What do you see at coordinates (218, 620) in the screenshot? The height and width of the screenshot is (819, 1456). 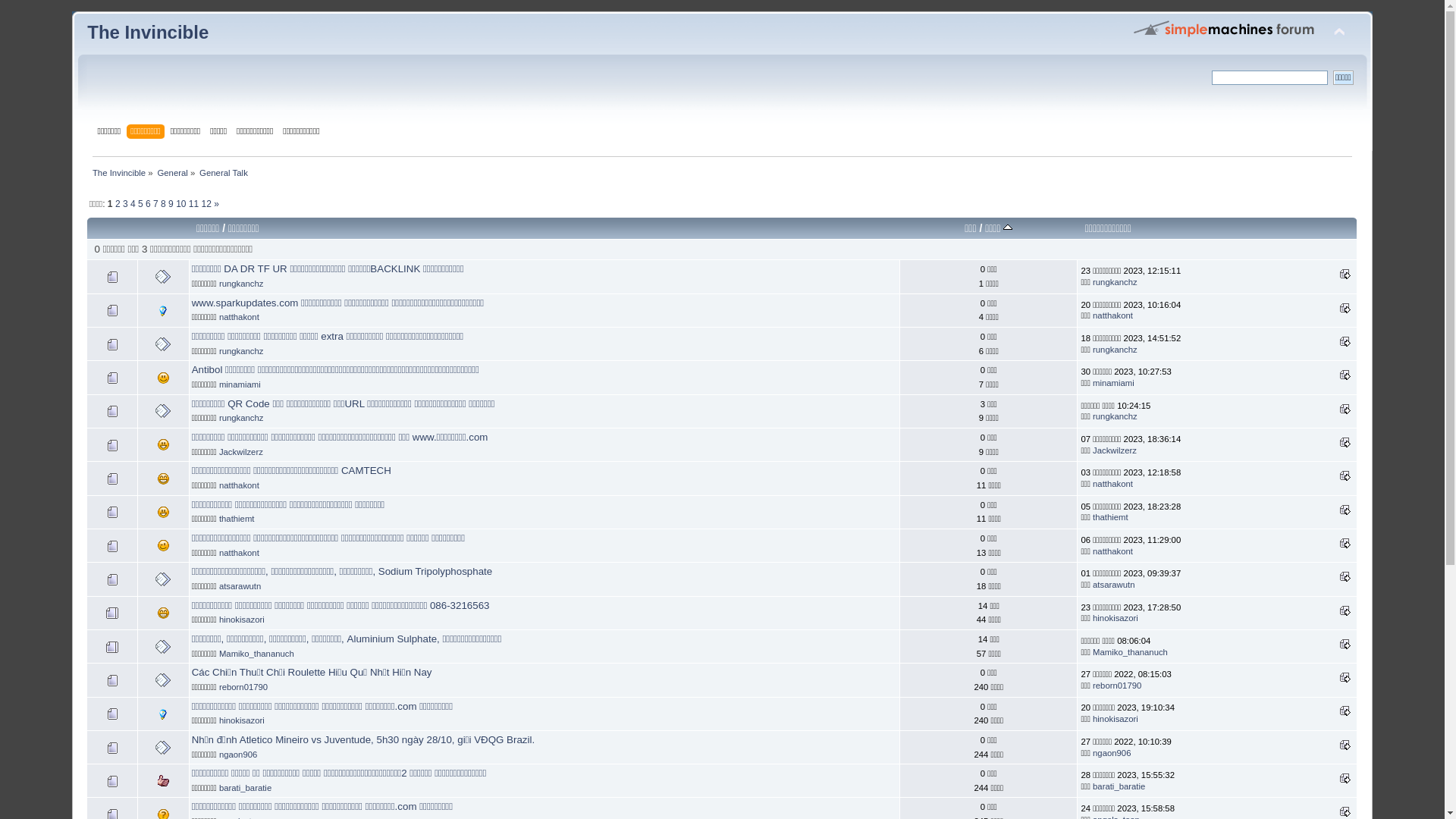 I see `'hinokisazori'` at bounding box center [218, 620].